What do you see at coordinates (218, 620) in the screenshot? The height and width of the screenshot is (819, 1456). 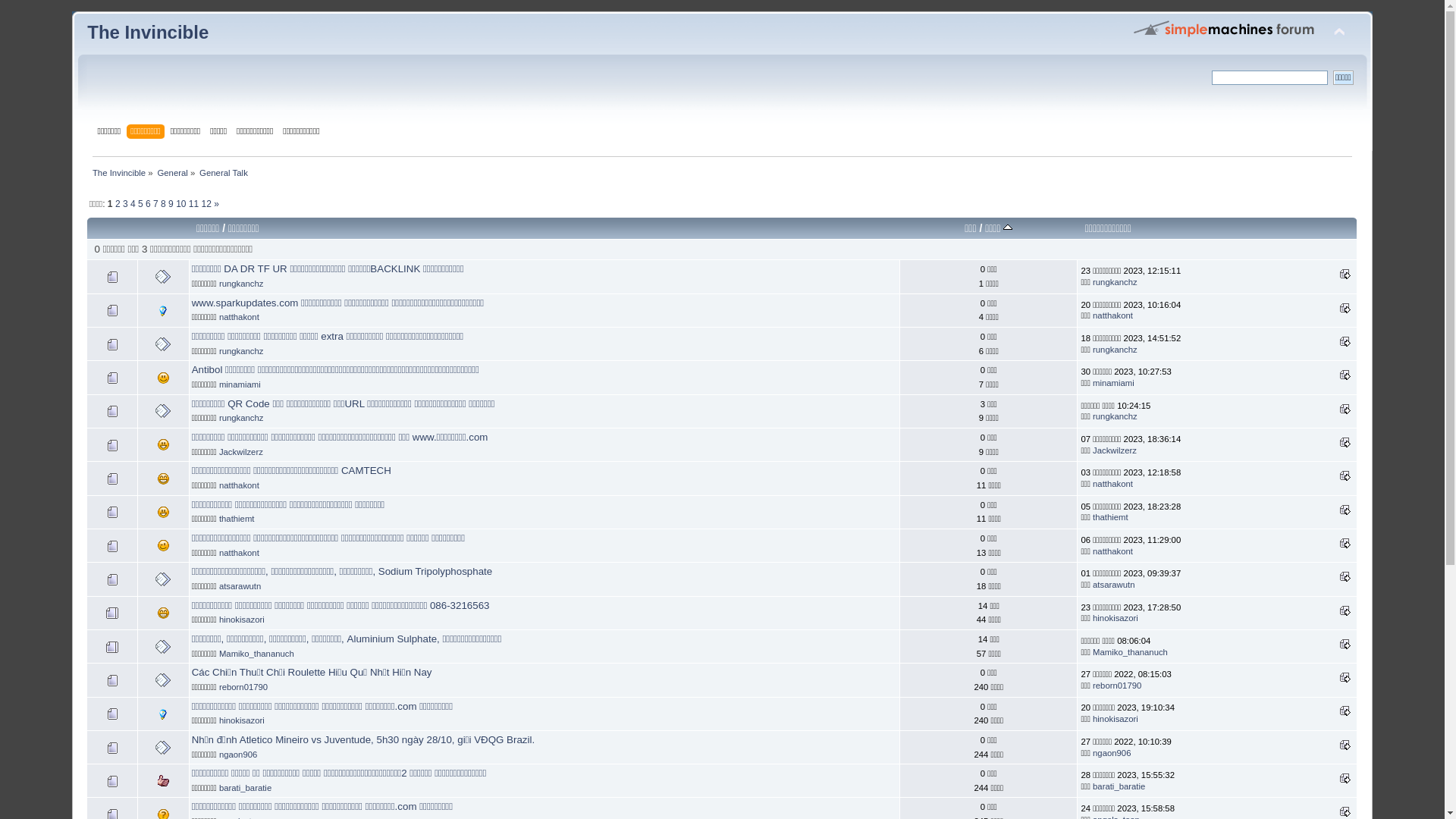 I see `'hinokisazori'` at bounding box center [218, 620].